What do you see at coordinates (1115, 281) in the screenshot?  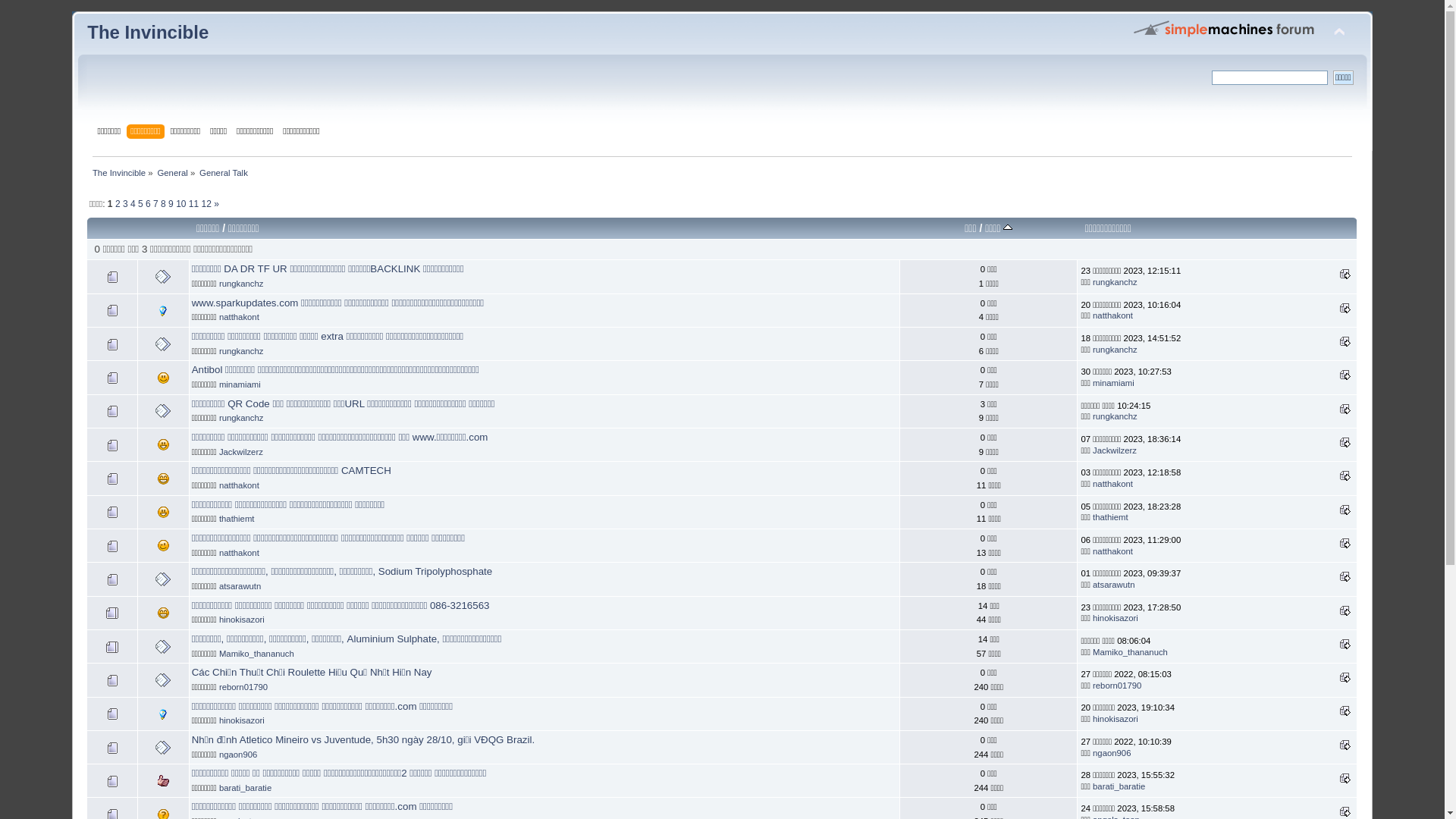 I see `'rungkanchz'` at bounding box center [1115, 281].